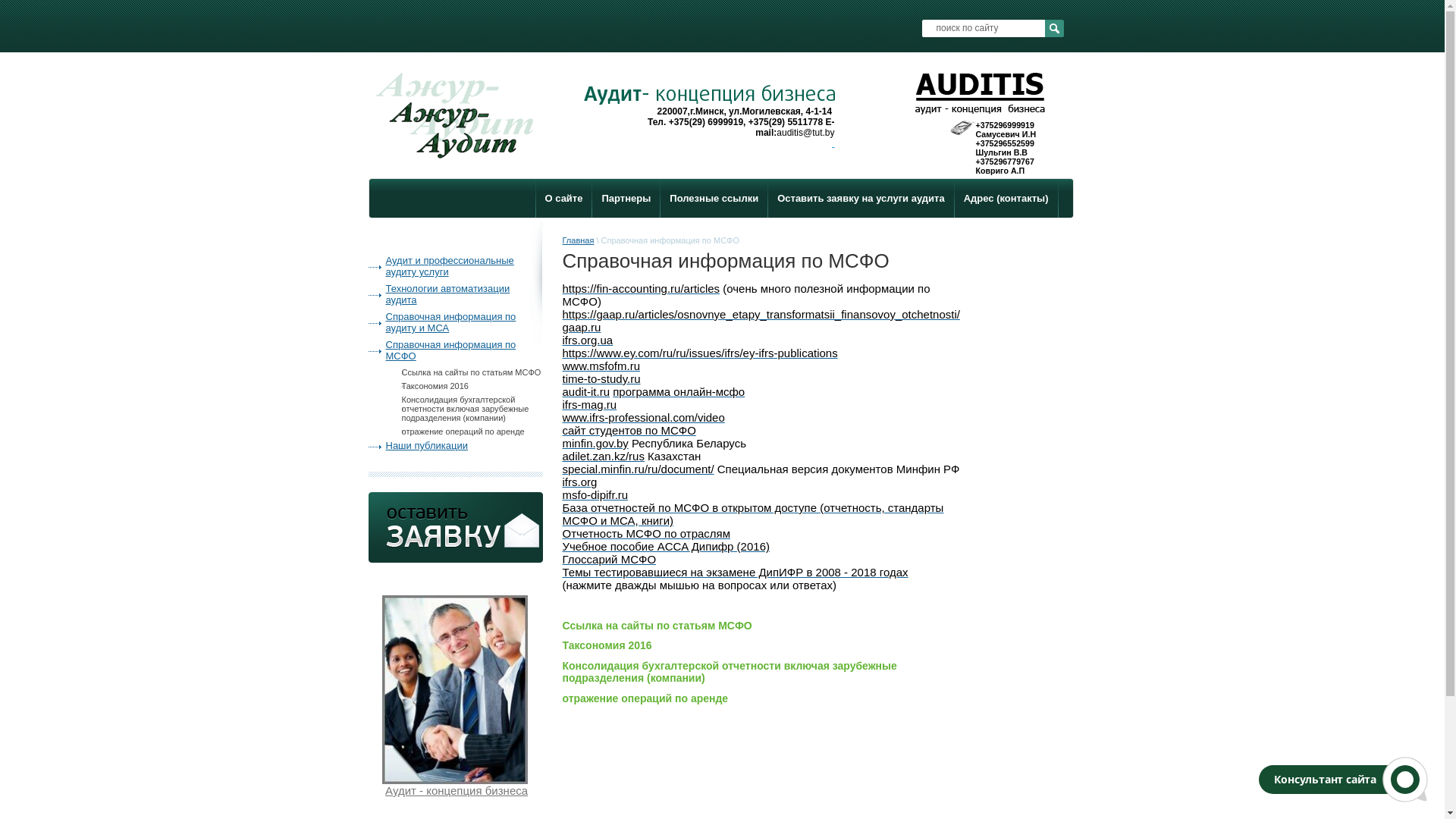  What do you see at coordinates (641, 288) in the screenshot?
I see `'https://fin-accounting.ru/articles'` at bounding box center [641, 288].